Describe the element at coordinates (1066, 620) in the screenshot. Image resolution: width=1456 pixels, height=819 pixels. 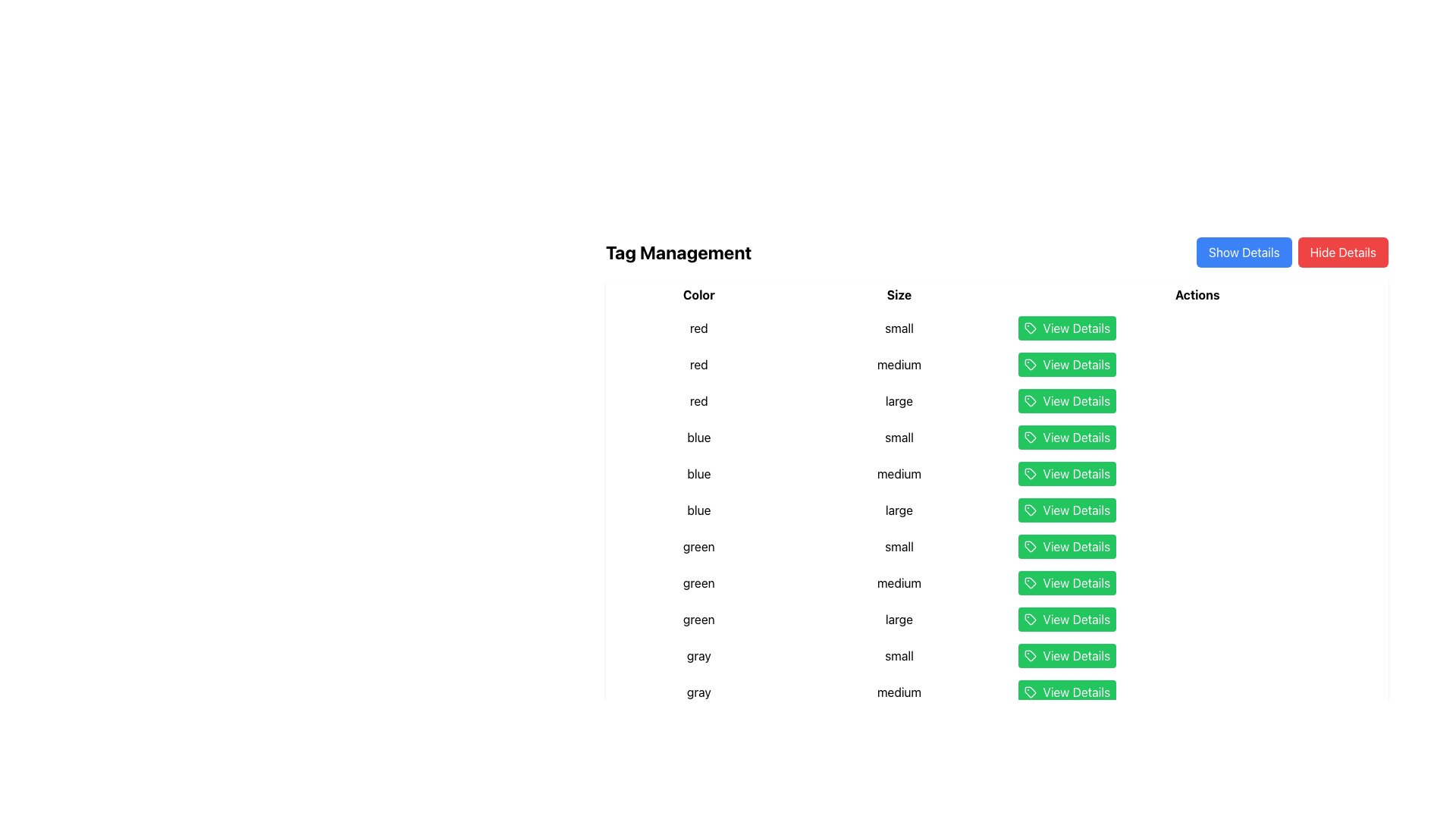
I see `the button in the 'Actions' section of the table that corresponds to the 'green, large' tag in the ninth row` at that location.